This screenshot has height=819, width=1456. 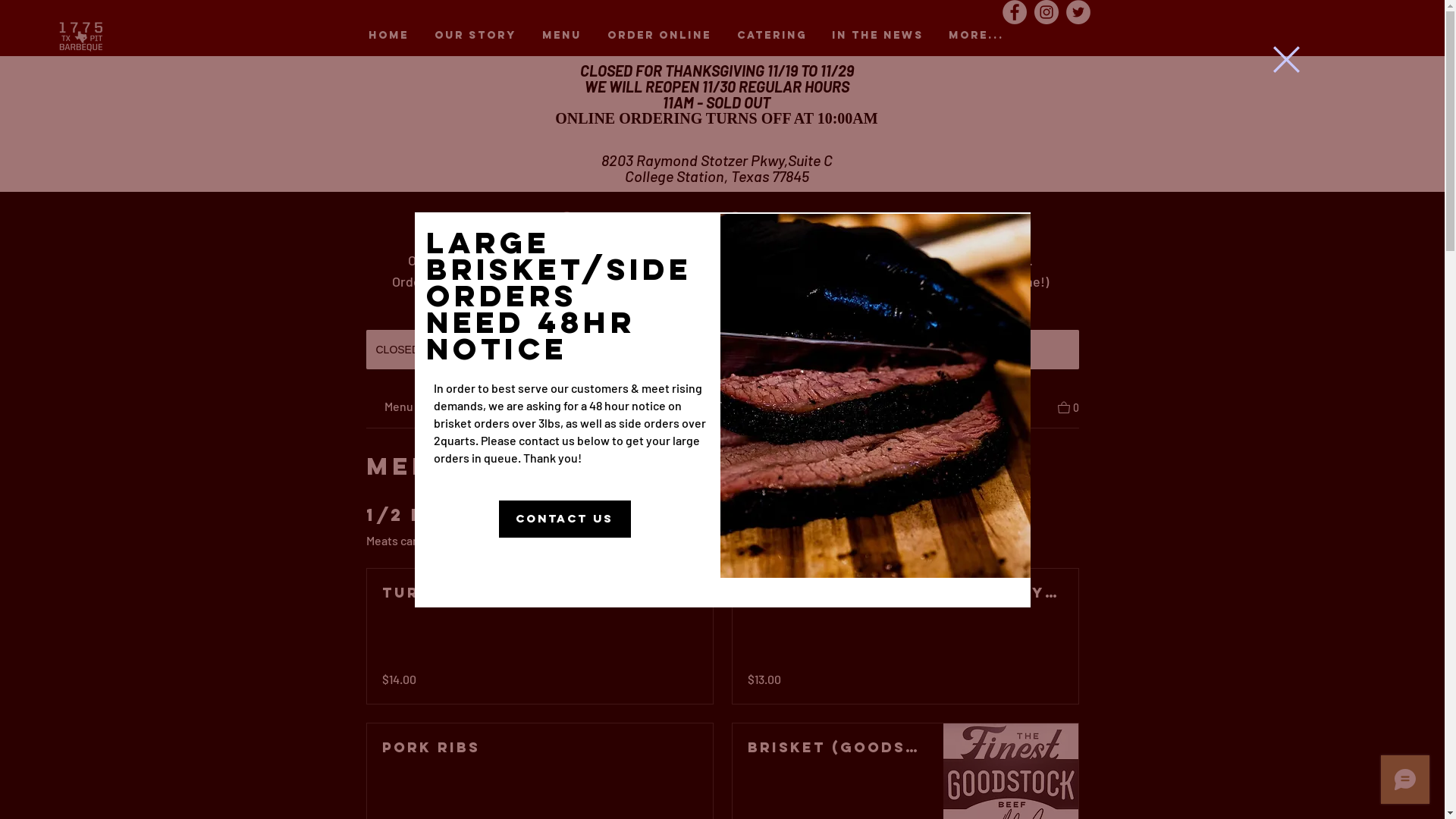 I want to click on '0', so click(x=1066, y=405).